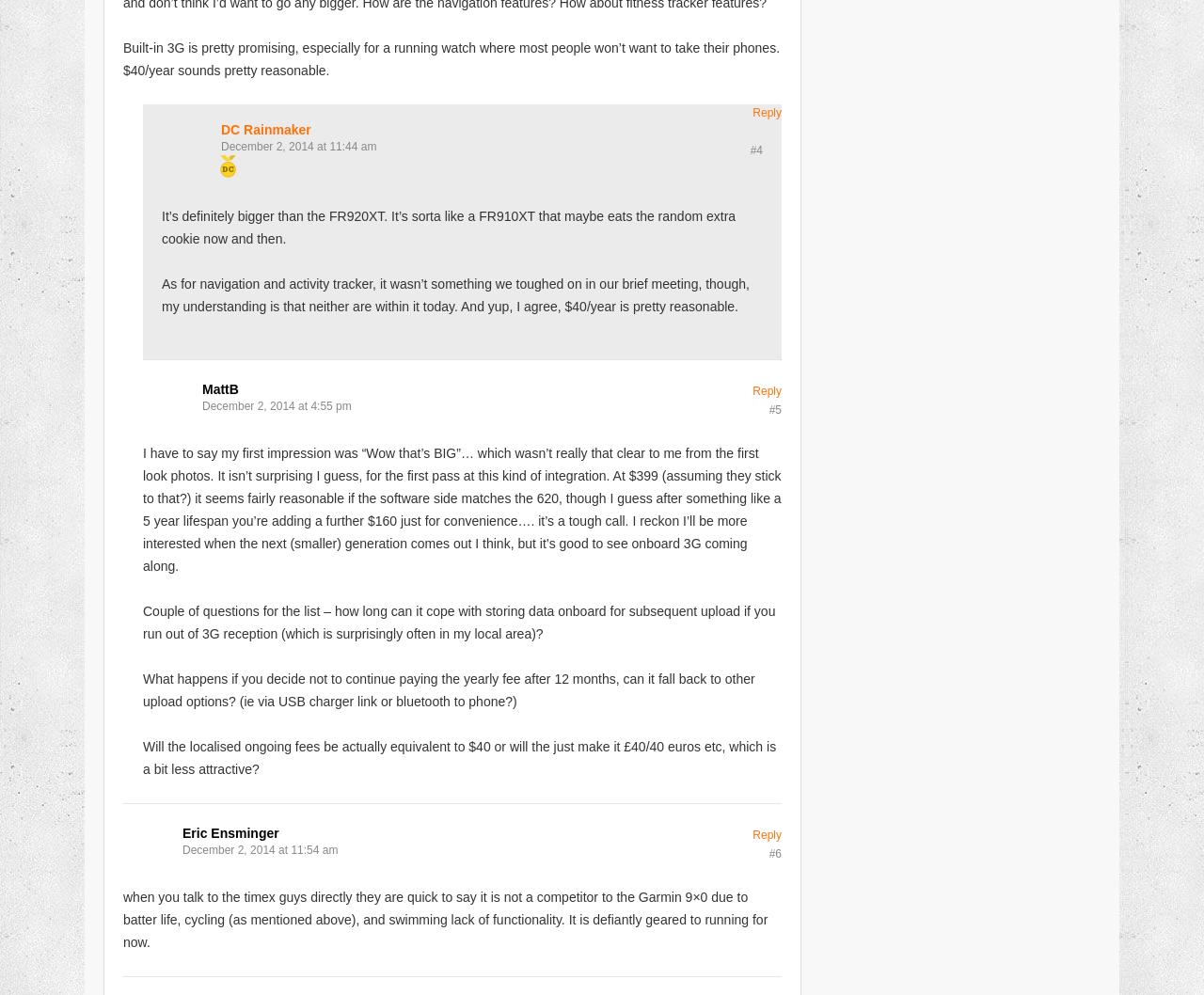 The height and width of the screenshot is (995, 1204). I want to click on 'It’s definitely bigger than the FR920XT. It’s sorta like a FR910XT that maybe eats the random extra cookie now and then.', so click(448, 227).